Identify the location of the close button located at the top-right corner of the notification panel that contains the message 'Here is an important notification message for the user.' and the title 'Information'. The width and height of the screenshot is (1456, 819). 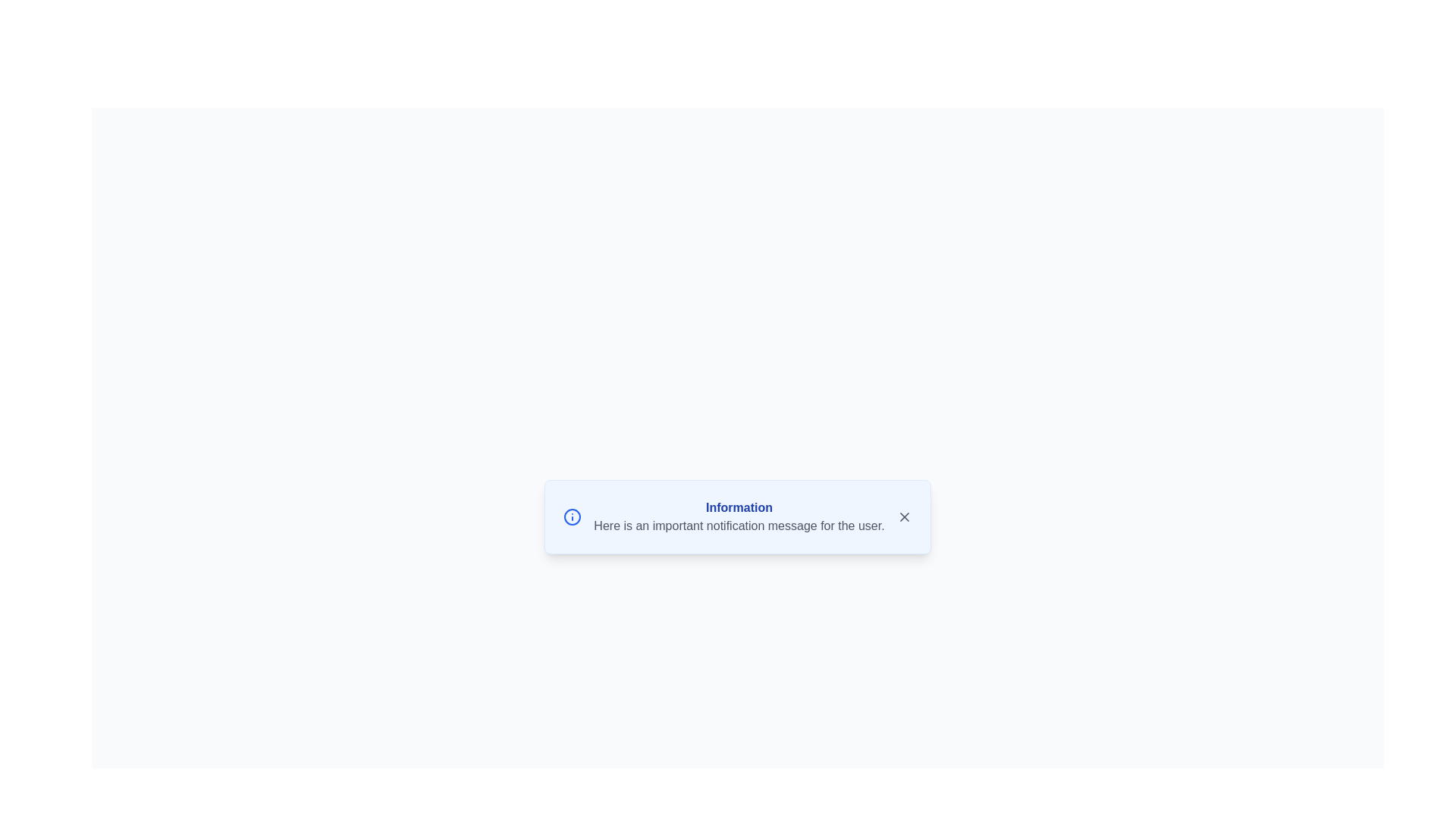
(904, 516).